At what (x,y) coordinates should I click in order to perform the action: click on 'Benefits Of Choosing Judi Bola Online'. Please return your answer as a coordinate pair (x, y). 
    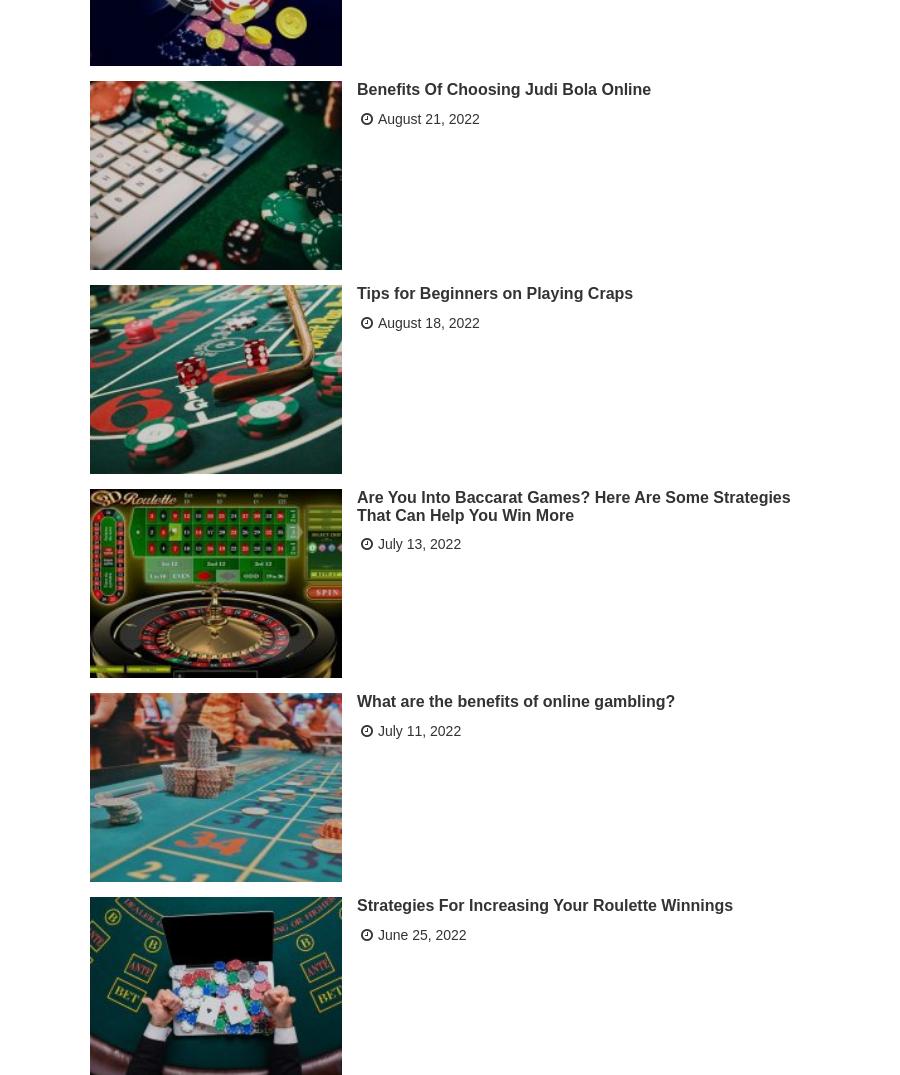
    Looking at the image, I should click on (503, 88).